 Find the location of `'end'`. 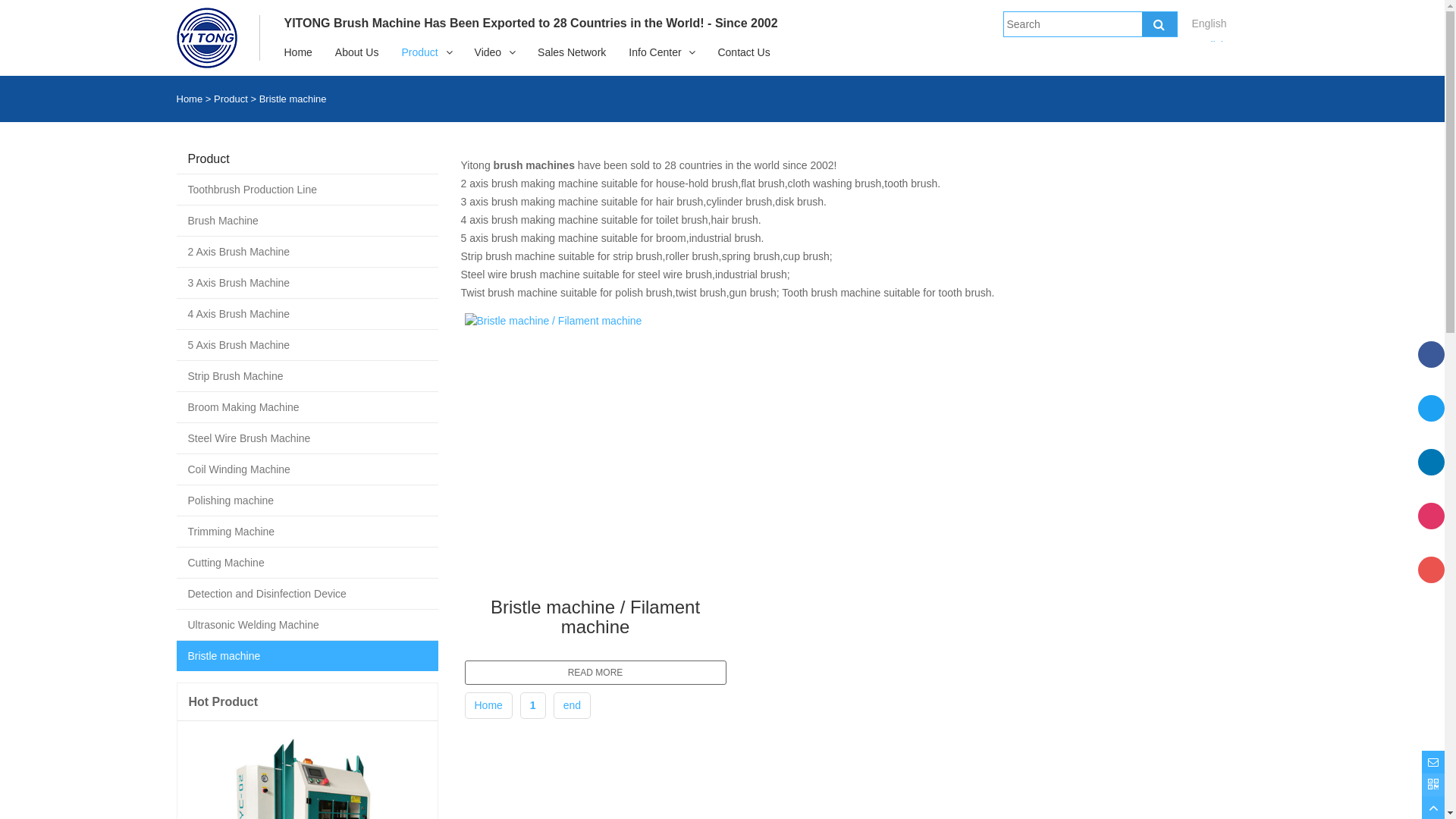

'end' is located at coordinates (563, 704).